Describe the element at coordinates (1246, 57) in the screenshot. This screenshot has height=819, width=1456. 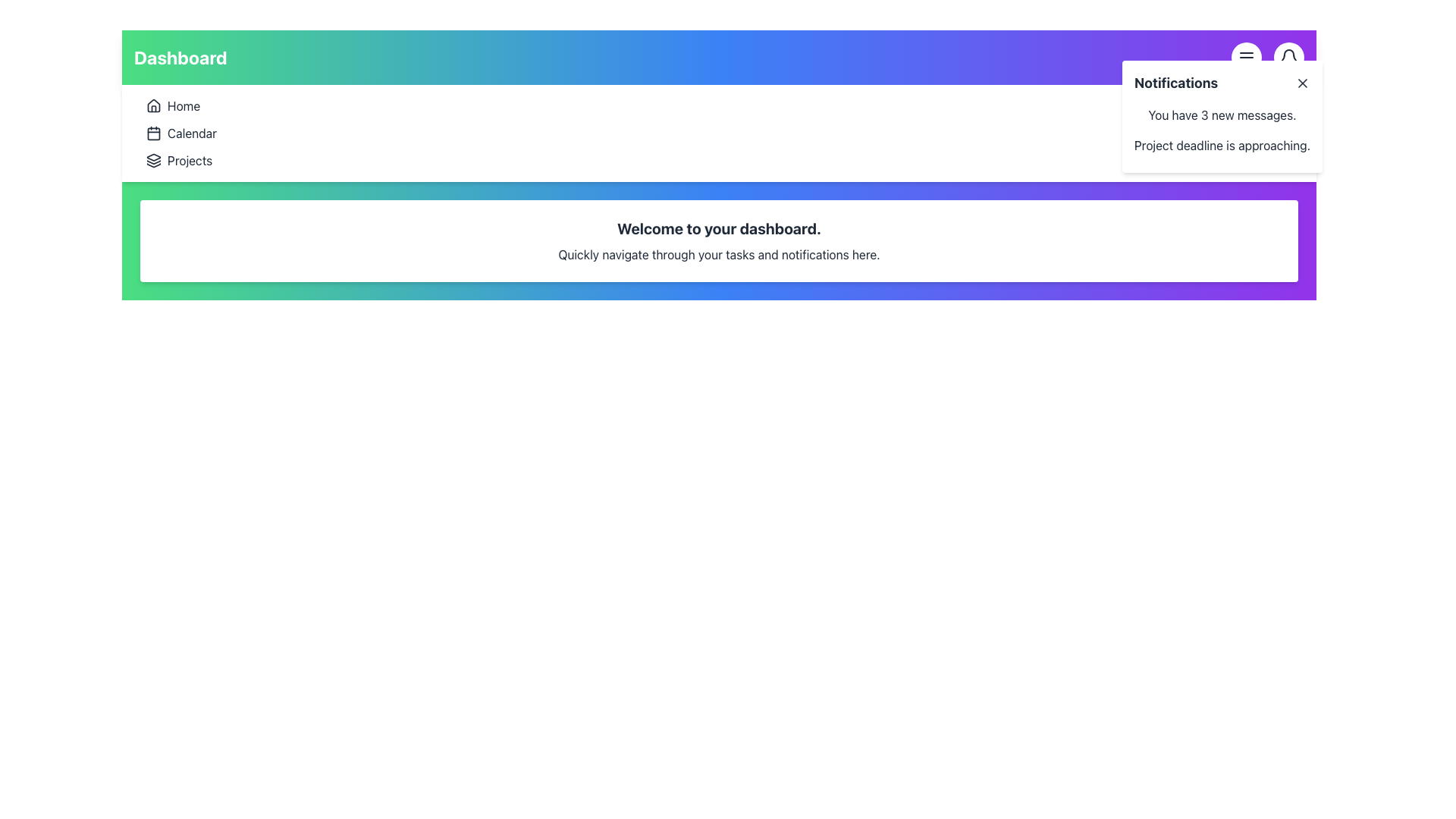
I see `the menu toggle icon located near the top-right corner of the interface, which is inside a circular white button, to trigger hover effects` at that location.